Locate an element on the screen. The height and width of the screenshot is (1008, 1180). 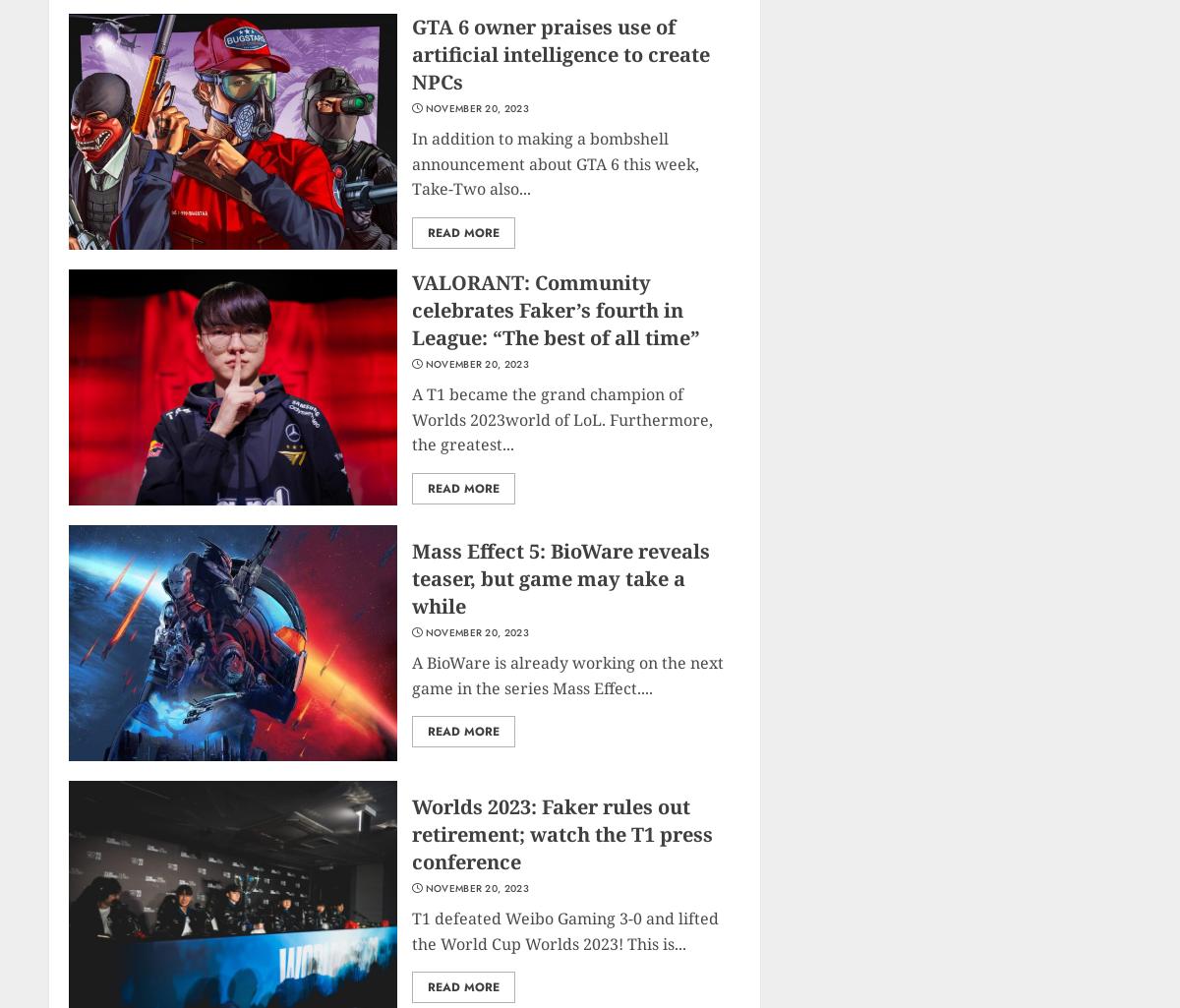
'A T1 became the grand champion of Worlds 2023world of LoL. Furthermore, the greatest...' is located at coordinates (561, 418).